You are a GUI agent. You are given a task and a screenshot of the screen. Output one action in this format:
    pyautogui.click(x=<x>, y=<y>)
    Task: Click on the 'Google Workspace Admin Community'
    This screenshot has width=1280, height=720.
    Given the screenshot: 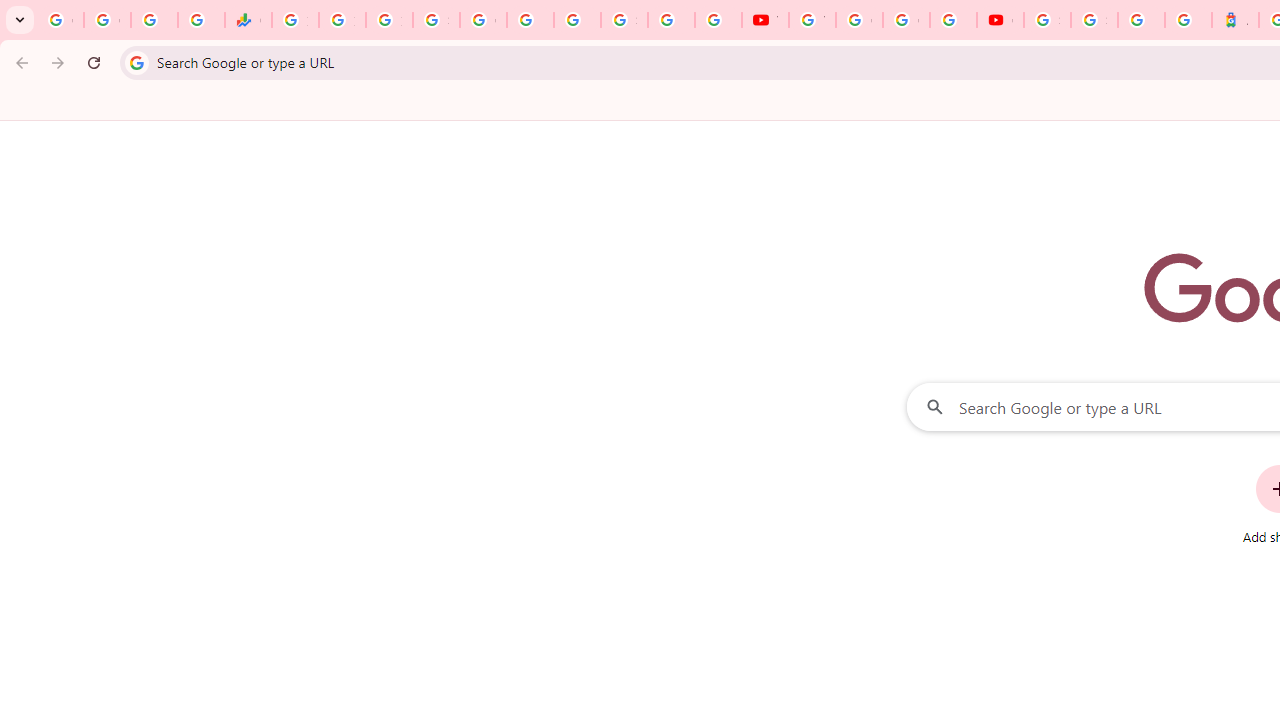 What is the action you would take?
    pyautogui.click(x=60, y=20)
    